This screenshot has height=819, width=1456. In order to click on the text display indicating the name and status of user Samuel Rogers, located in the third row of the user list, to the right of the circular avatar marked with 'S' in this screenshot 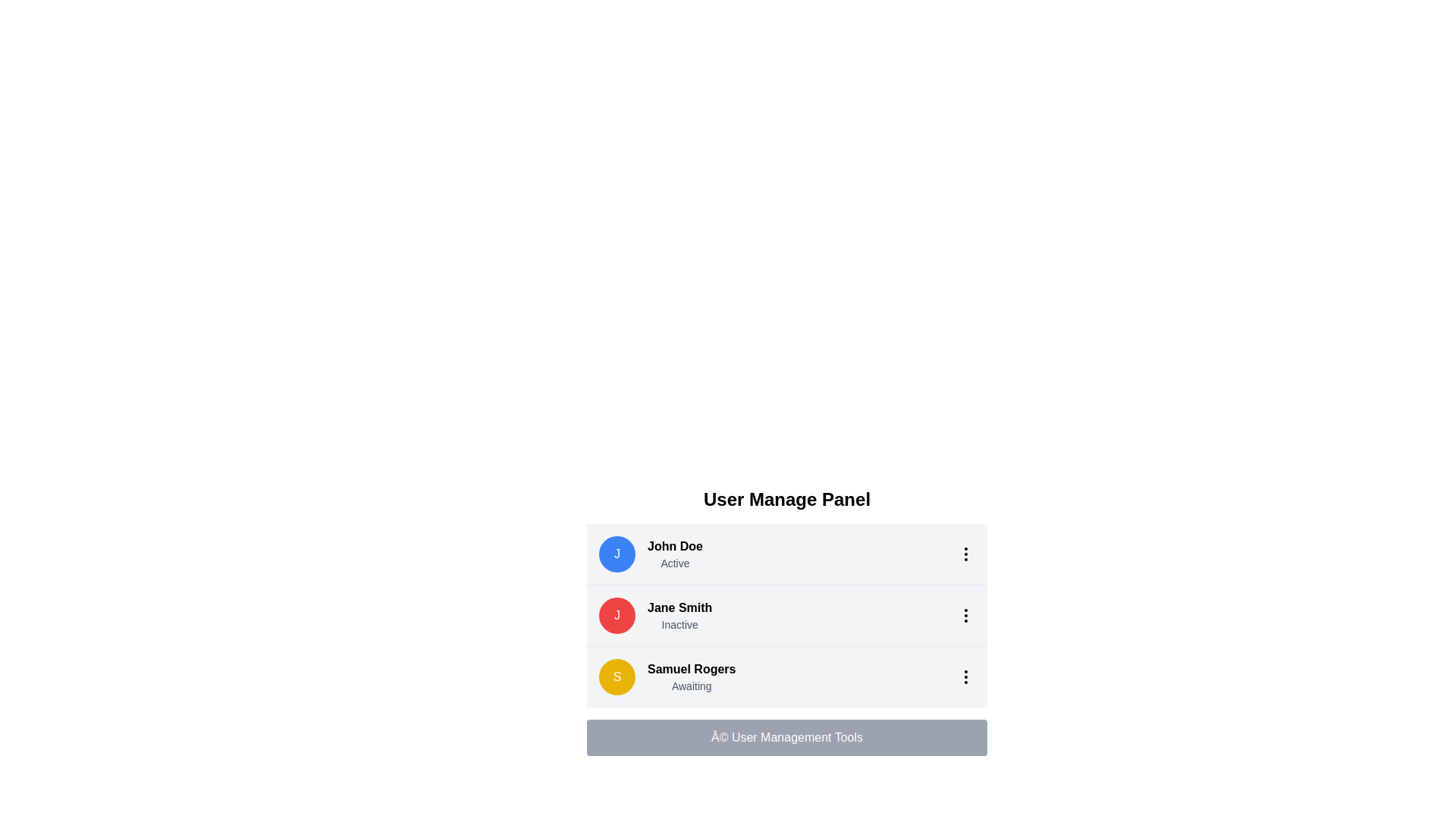, I will do `click(691, 676)`.